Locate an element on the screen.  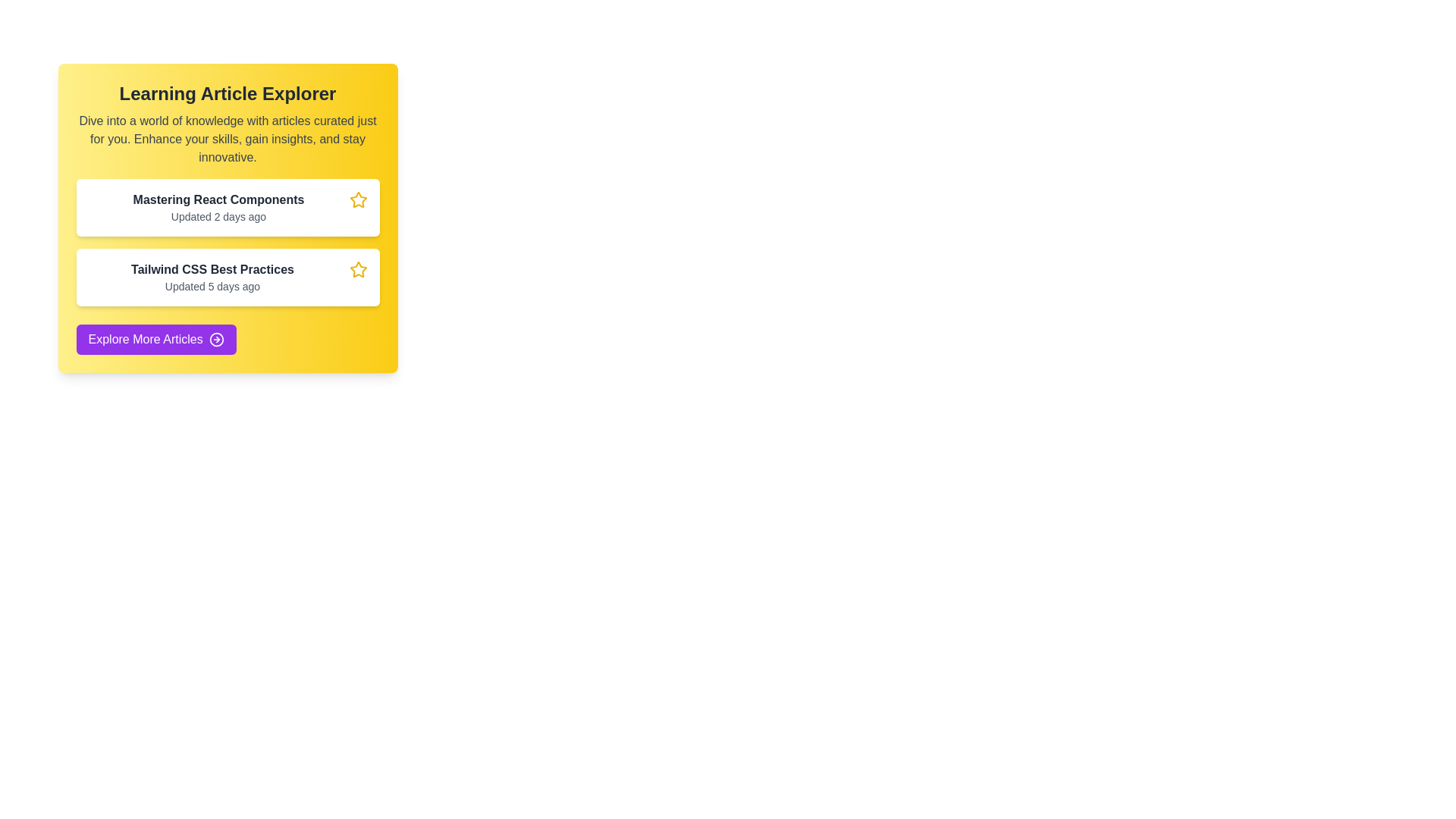
the text label displaying 'Tailwind CSS Best Practices', which is the title of the second article in a vertical list within a yellow panel is located at coordinates (212, 268).